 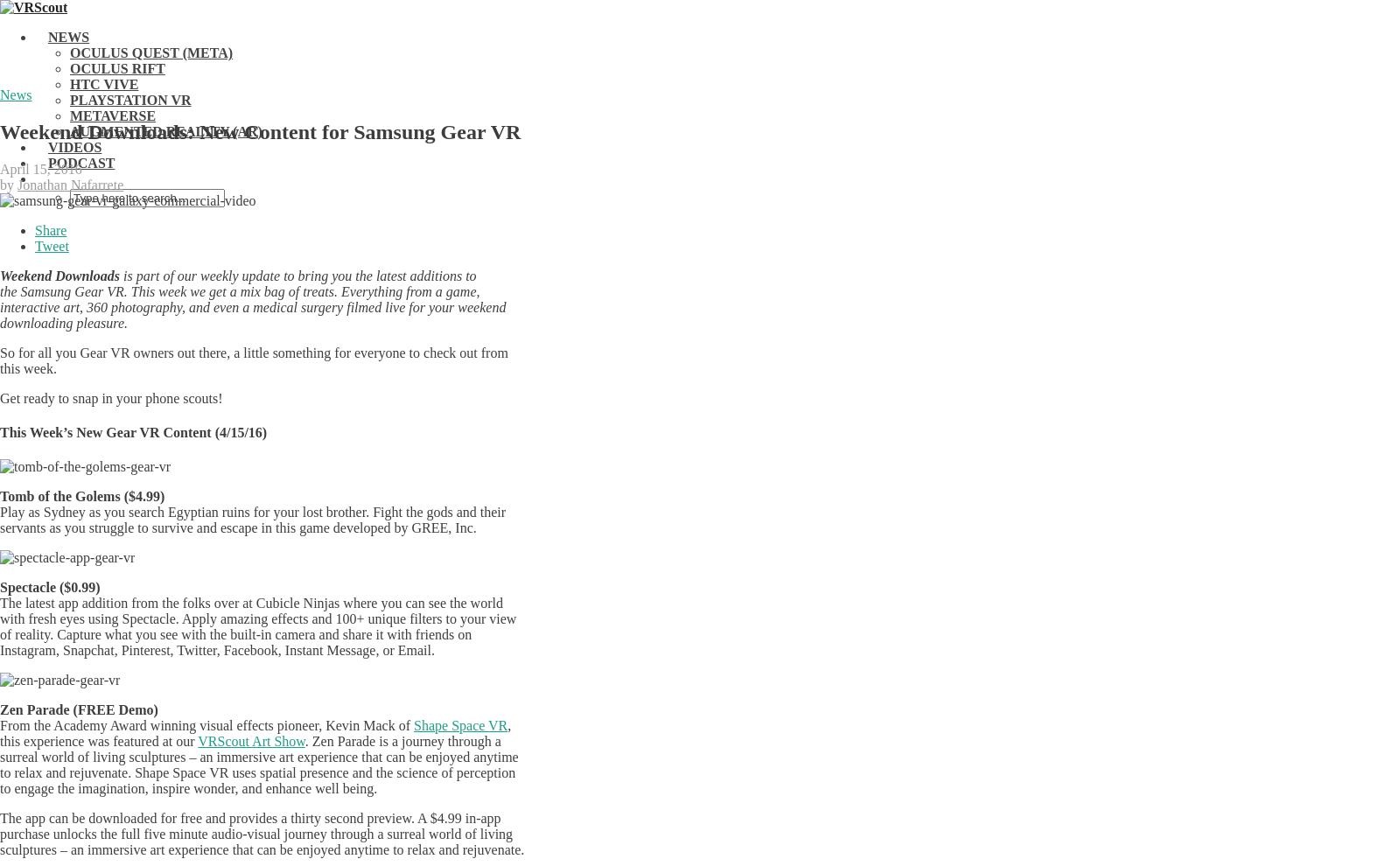 What do you see at coordinates (69, 84) in the screenshot?
I see `'HTC Vive'` at bounding box center [69, 84].